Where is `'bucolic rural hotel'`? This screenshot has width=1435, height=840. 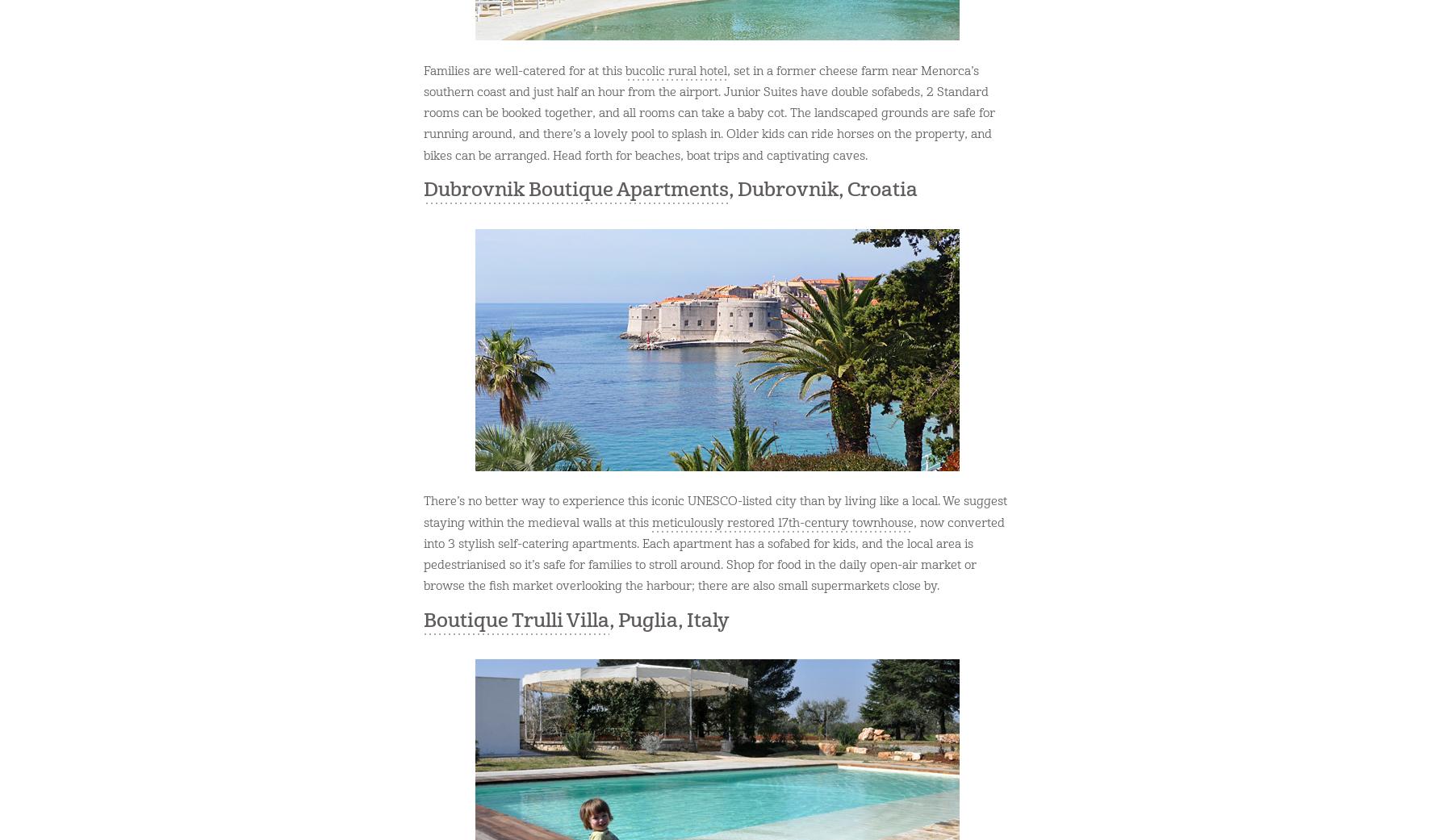
'bucolic rural hotel' is located at coordinates (675, 69).